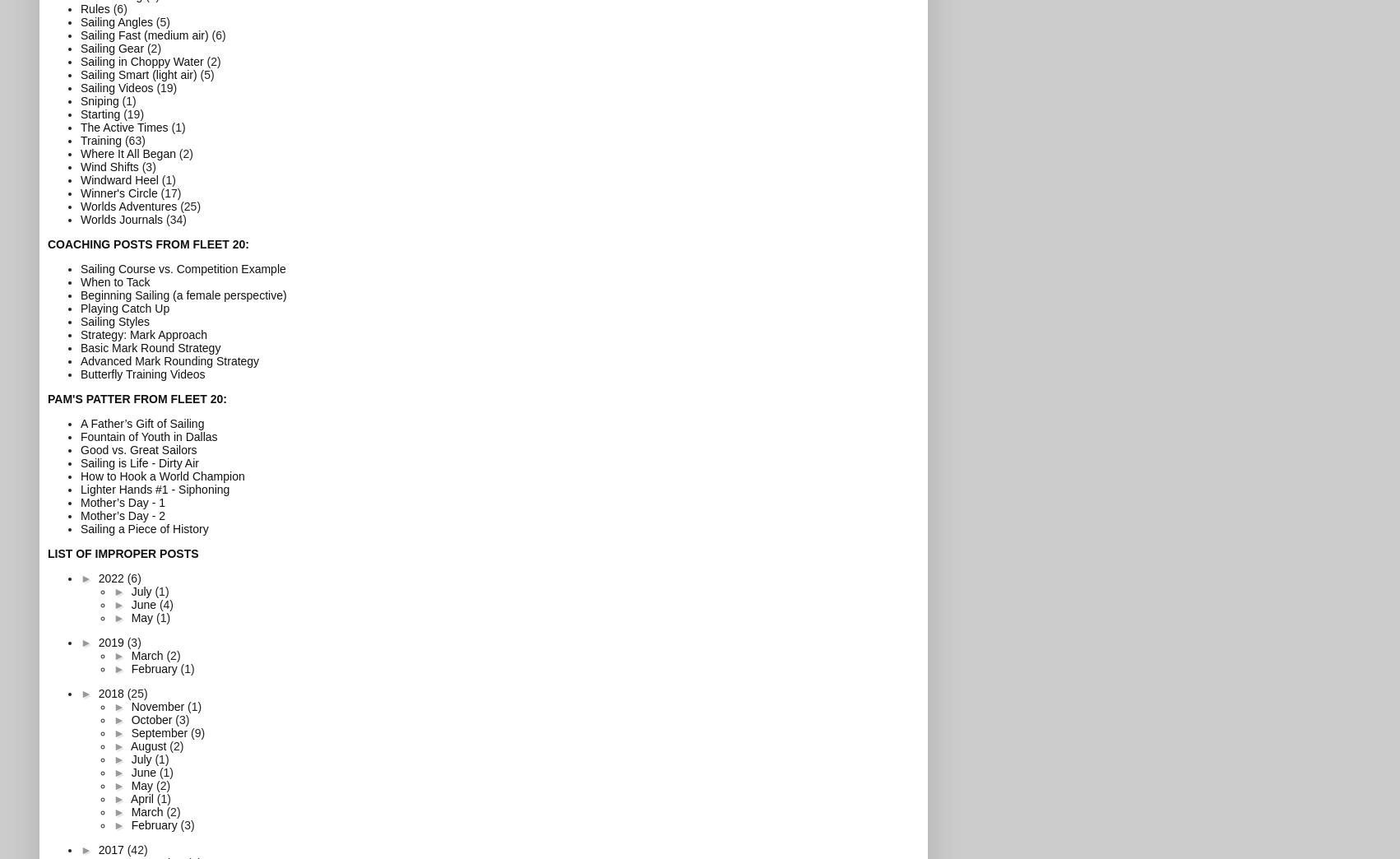  What do you see at coordinates (112, 47) in the screenshot?
I see `'Sailing Gear'` at bounding box center [112, 47].